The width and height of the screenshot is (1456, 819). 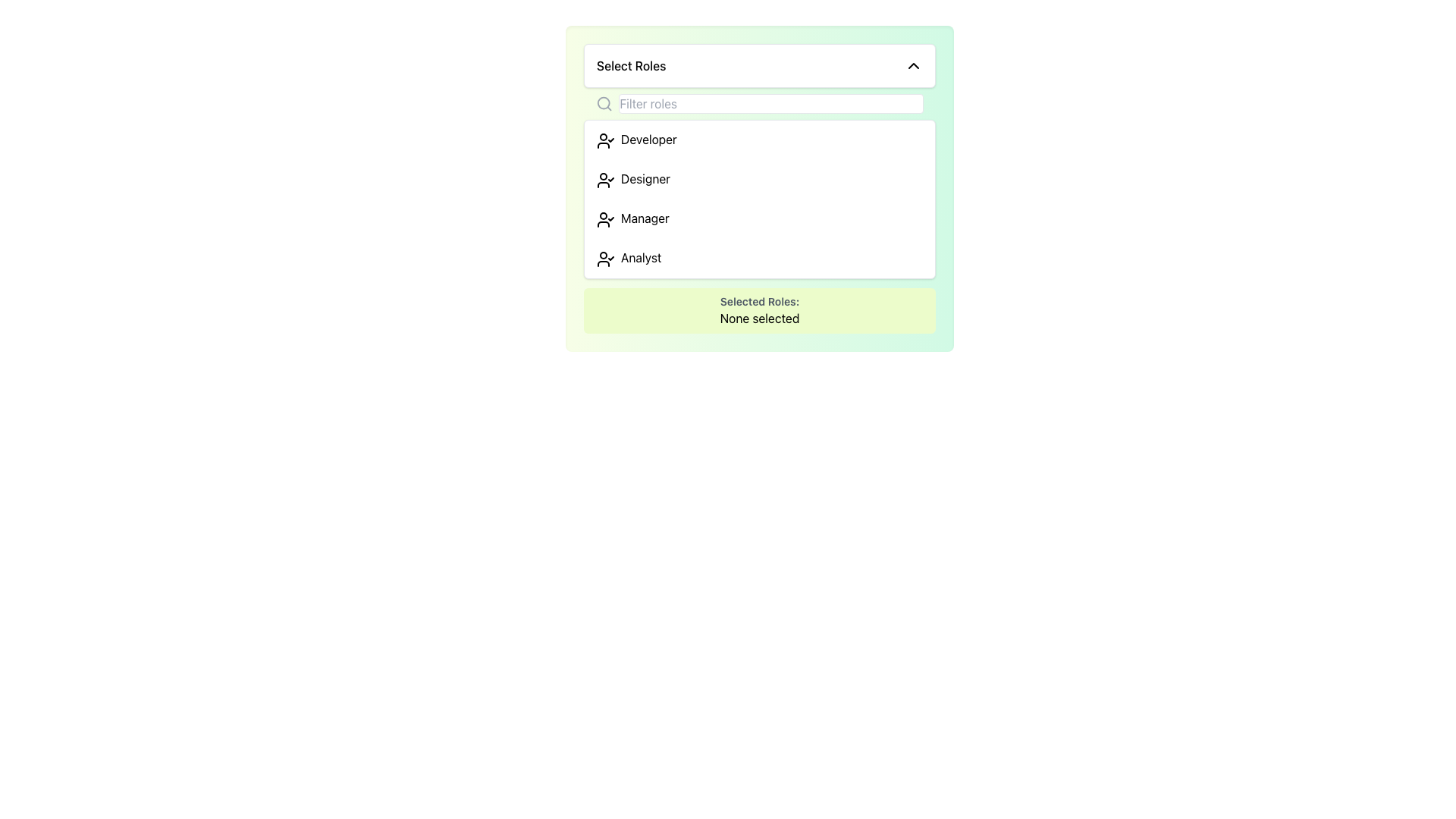 I want to click on the dropdown list item labeled 'Manager' with a user-check icon, so click(x=632, y=219).